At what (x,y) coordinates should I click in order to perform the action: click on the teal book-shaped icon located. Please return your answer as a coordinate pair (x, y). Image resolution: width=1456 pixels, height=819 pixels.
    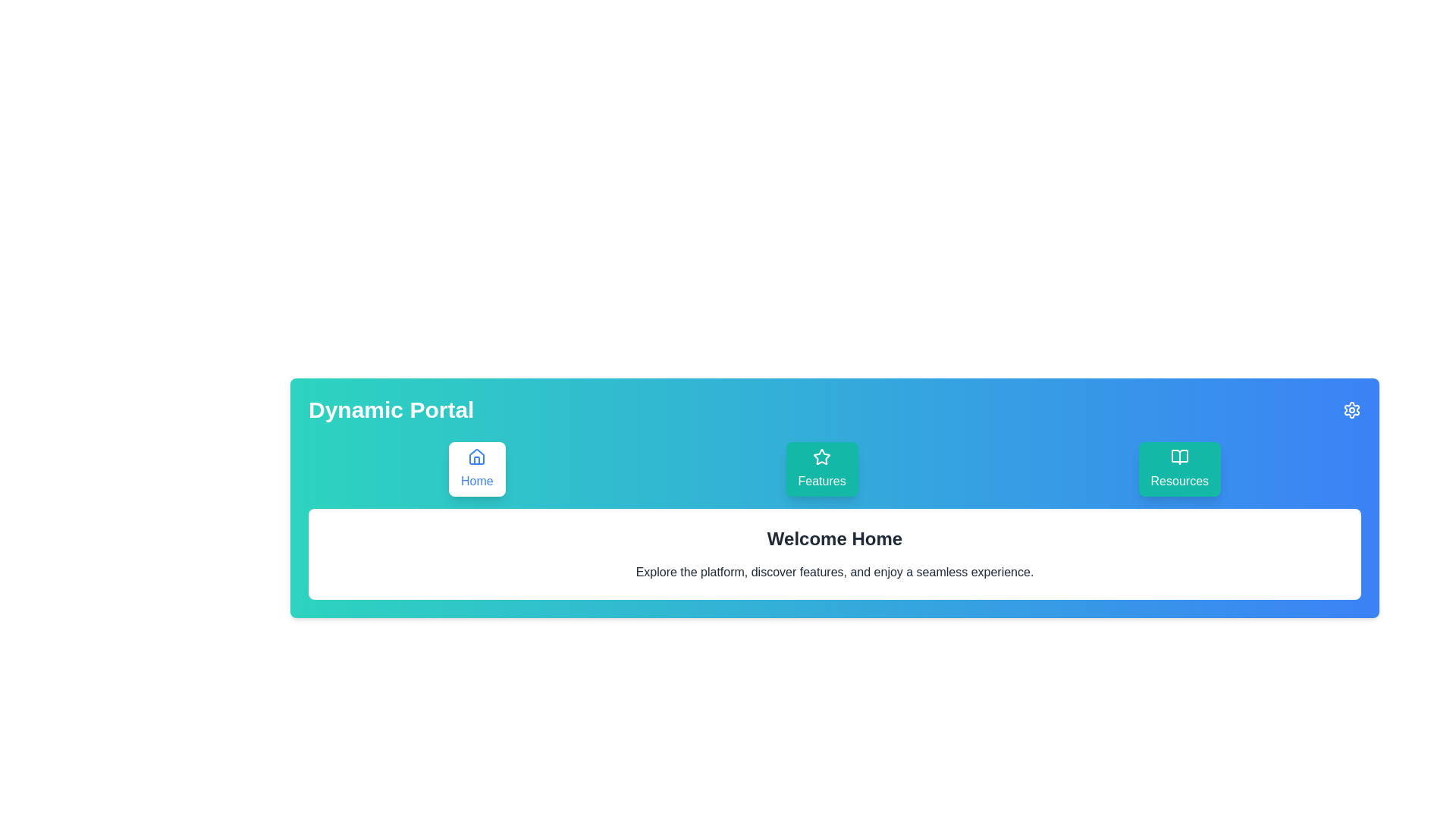
    Looking at the image, I should click on (1178, 456).